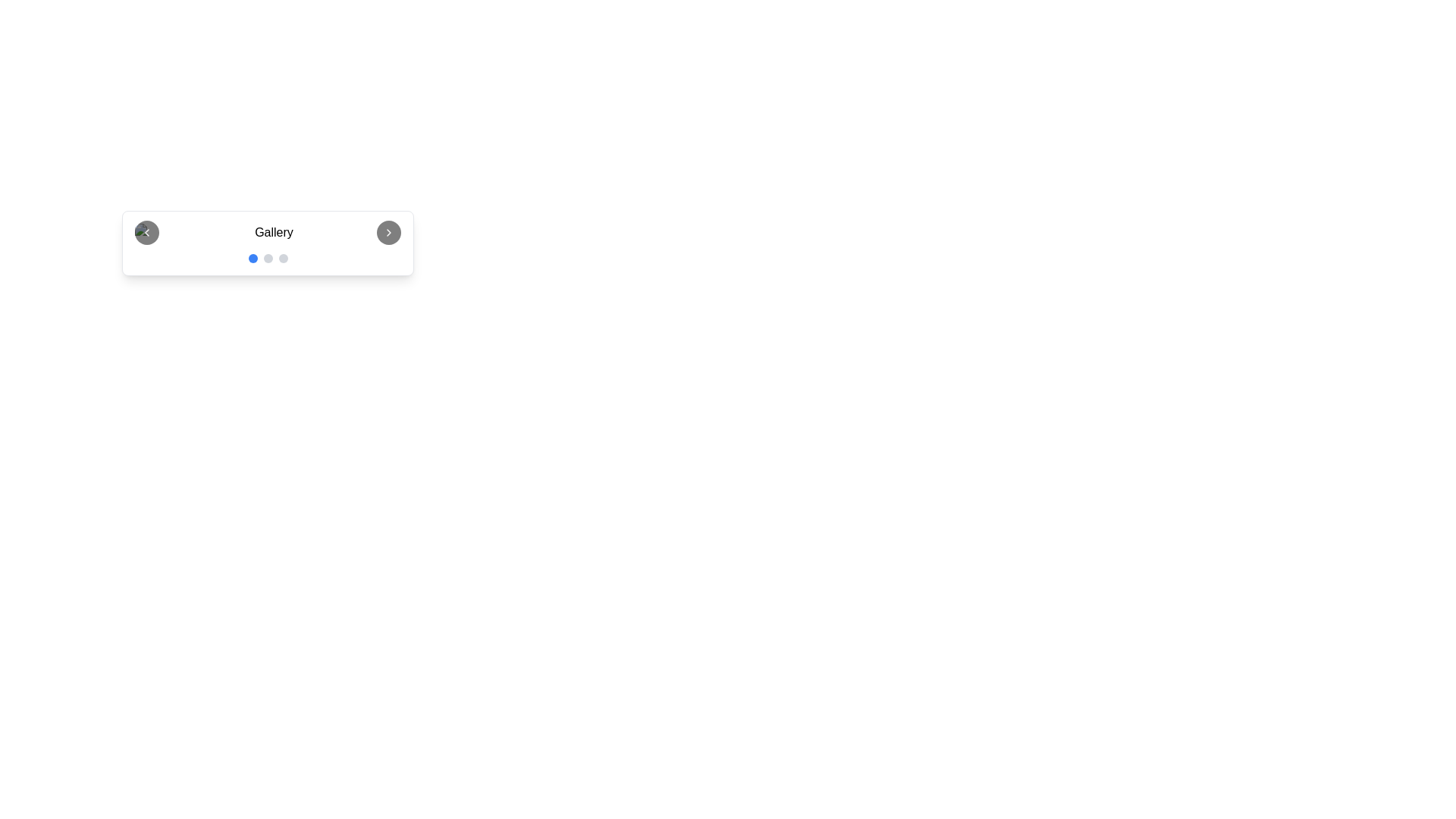 This screenshot has width=1456, height=819. What do you see at coordinates (389, 233) in the screenshot?
I see `the right-facing chevron icon within the circular button on the far right of the panel` at bounding box center [389, 233].